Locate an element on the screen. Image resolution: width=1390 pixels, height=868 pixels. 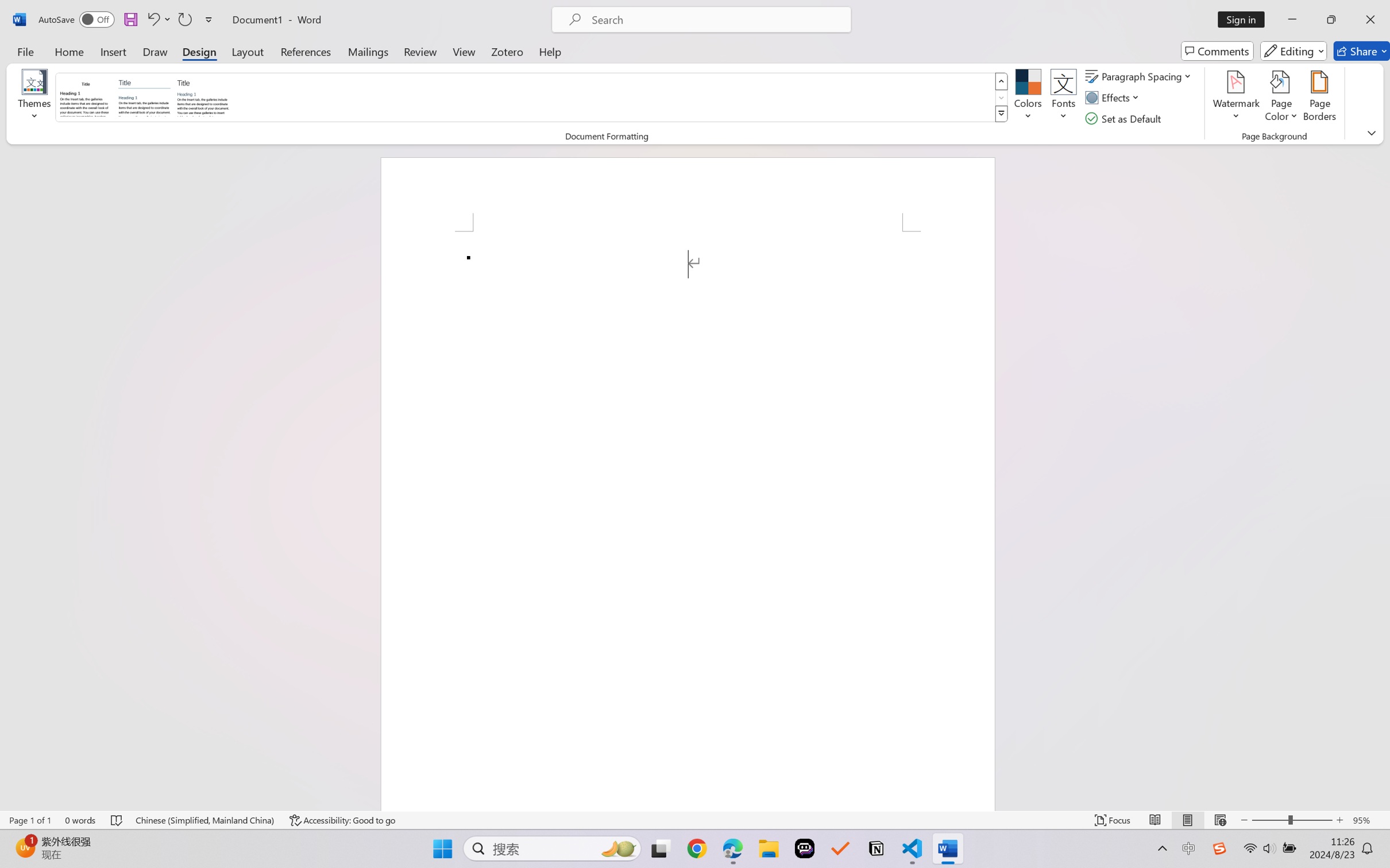
'Editing' is located at coordinates (1294, 51).